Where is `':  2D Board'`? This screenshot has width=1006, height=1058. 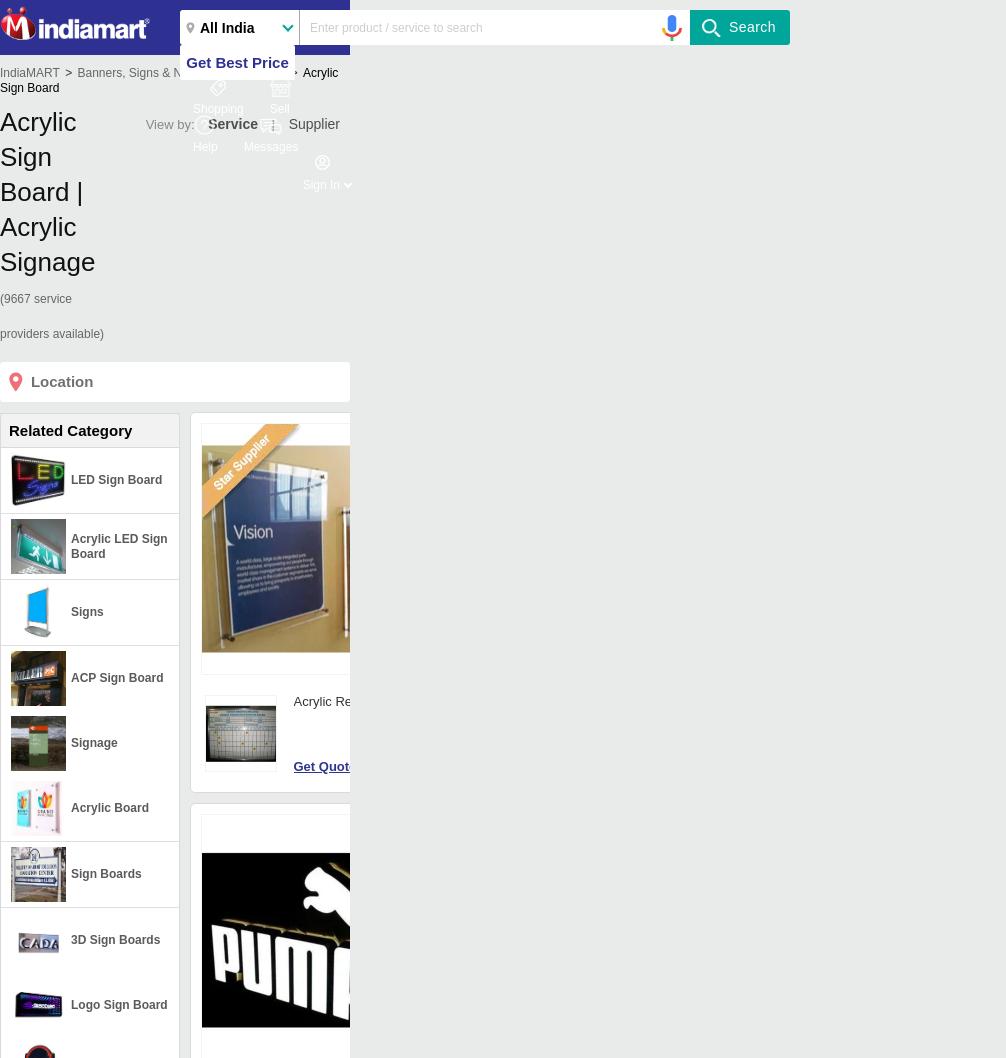
':  2D Board' is located at coordinates (572, 501).